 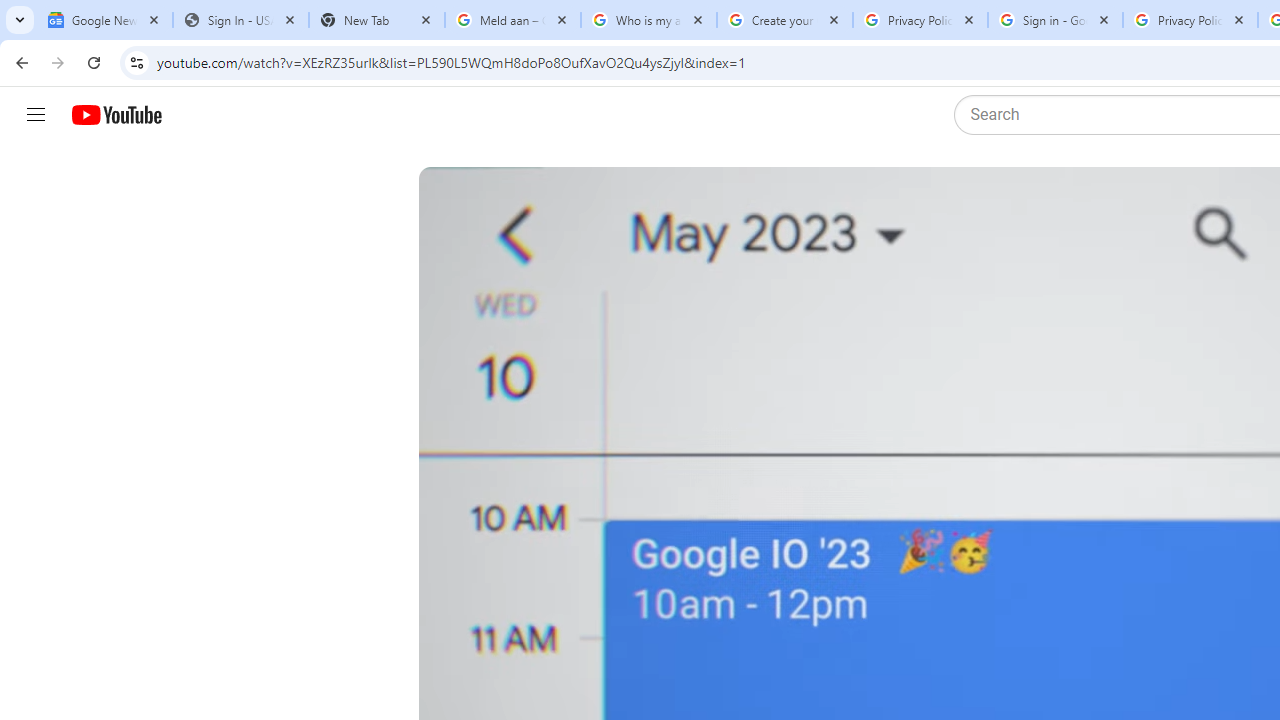 I want to click on 'Create your Google Account', so click(x=783, y=20).